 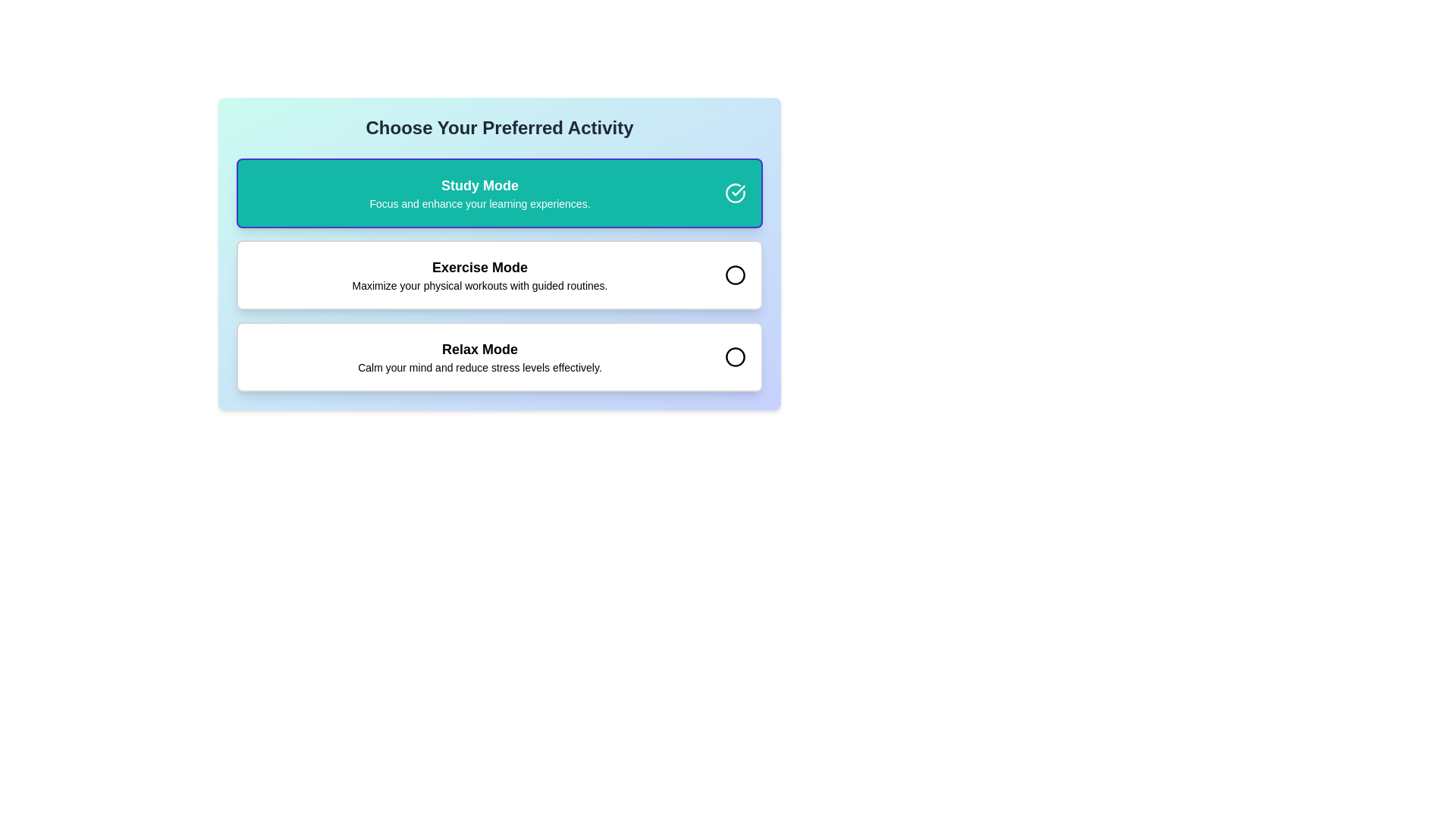 What do you see at coordinates (479, 286) in the screenshot?
I see `the static text element that provides explanatory details about the 'Exercise Mode' option, located beneath its title in the middle of the interface` at bounding box center [479, 286].